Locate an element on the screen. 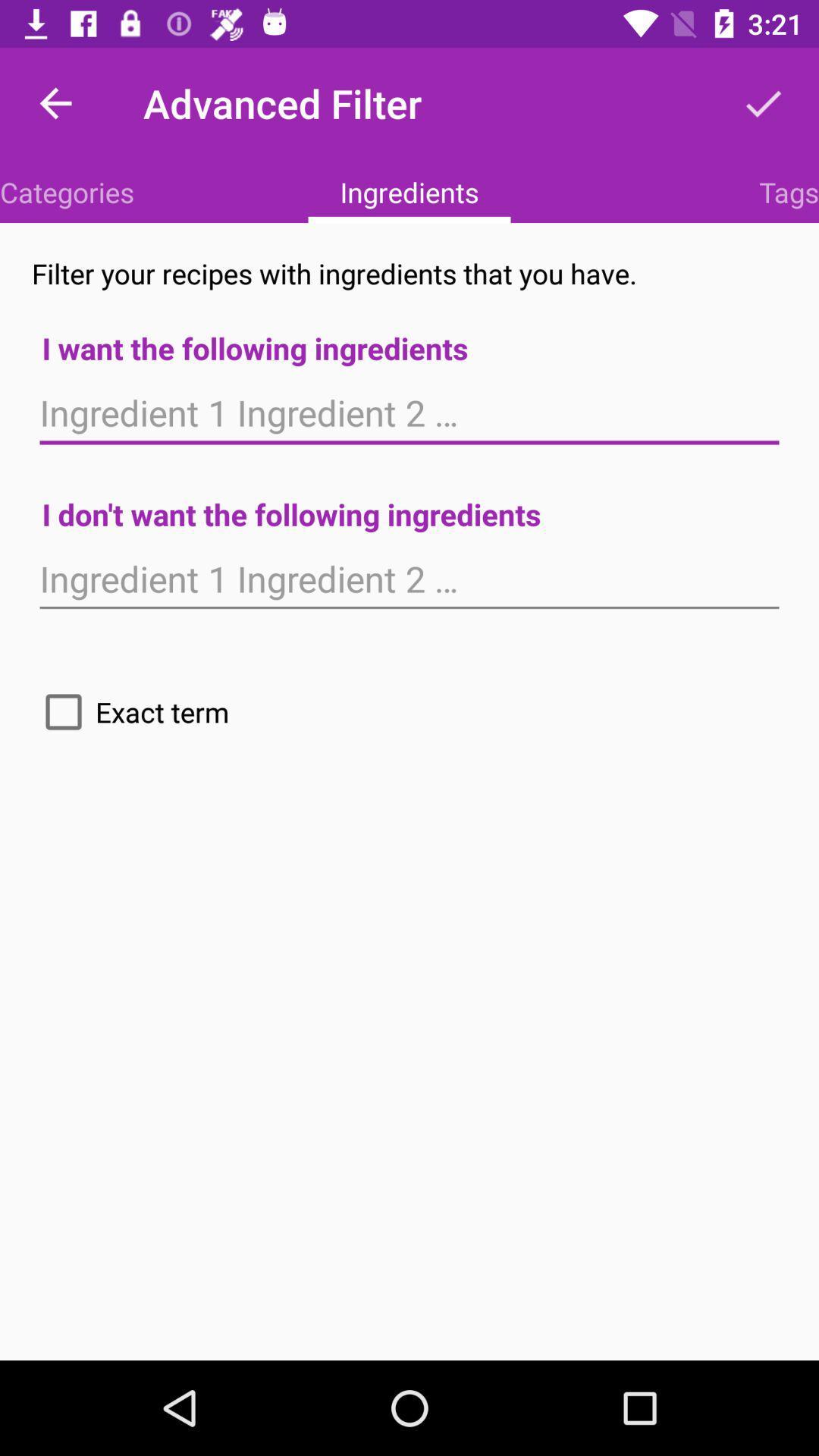  the exact term icon is located at coordinates (130, 711).